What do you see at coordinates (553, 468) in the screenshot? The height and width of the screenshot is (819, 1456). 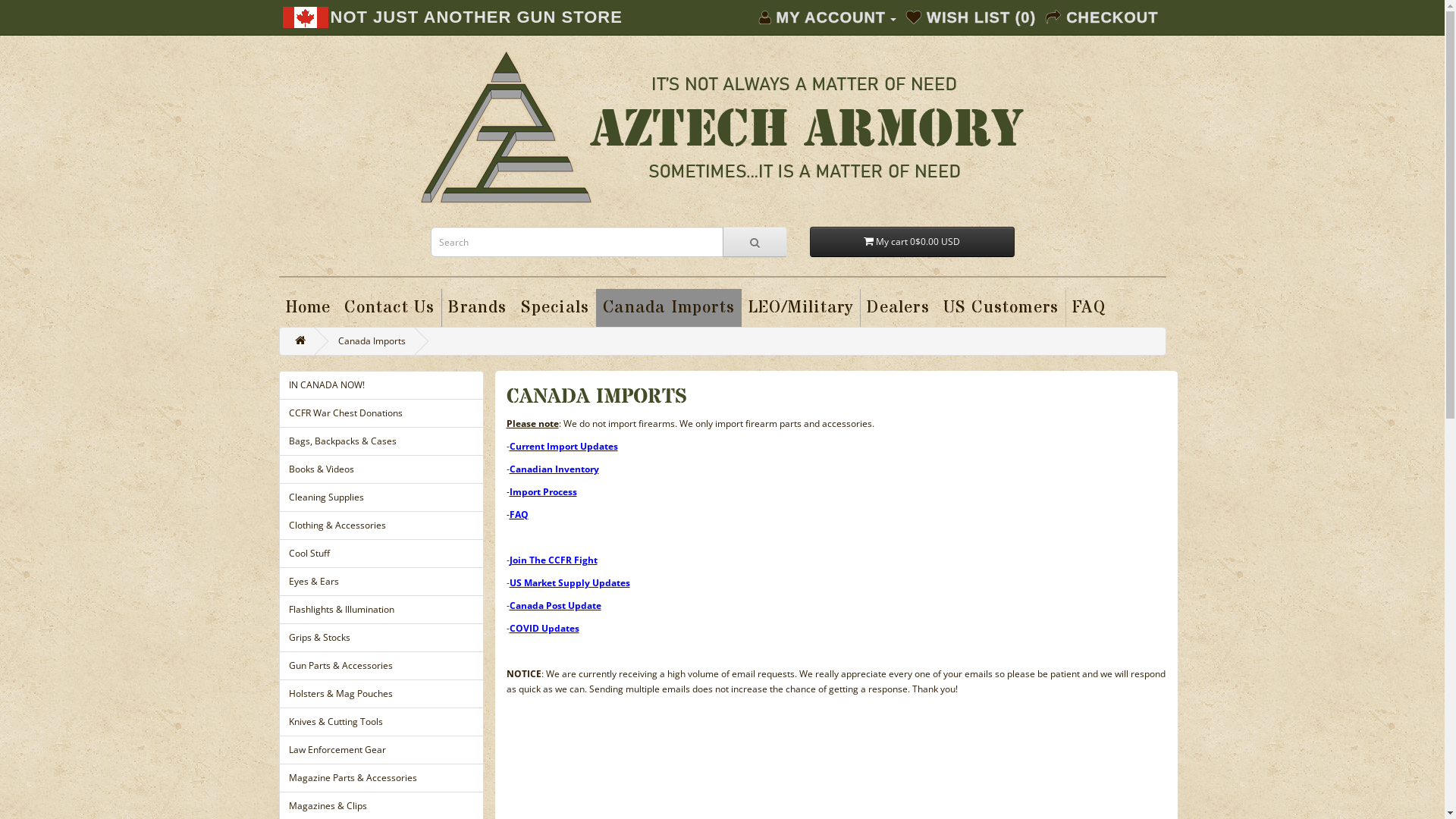 I see `'Canadian Inventory'` at bounding box center [553, 468].